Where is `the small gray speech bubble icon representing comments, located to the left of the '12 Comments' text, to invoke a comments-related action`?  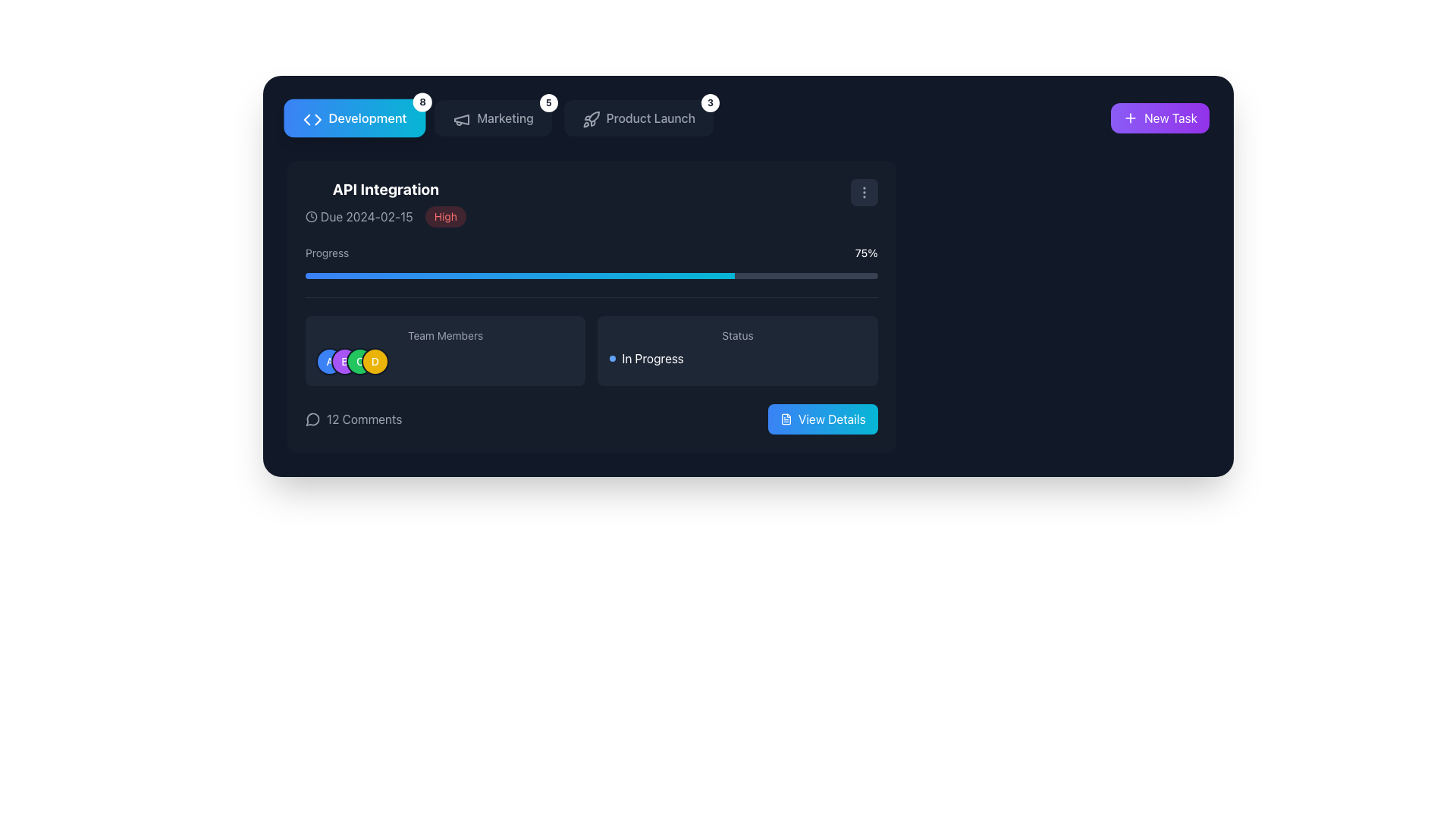 the small gray speech bubble icon representing comments, located to the left of the '12 Comments' text, to invoke a comments-related action is located at coordinates (312, 419).